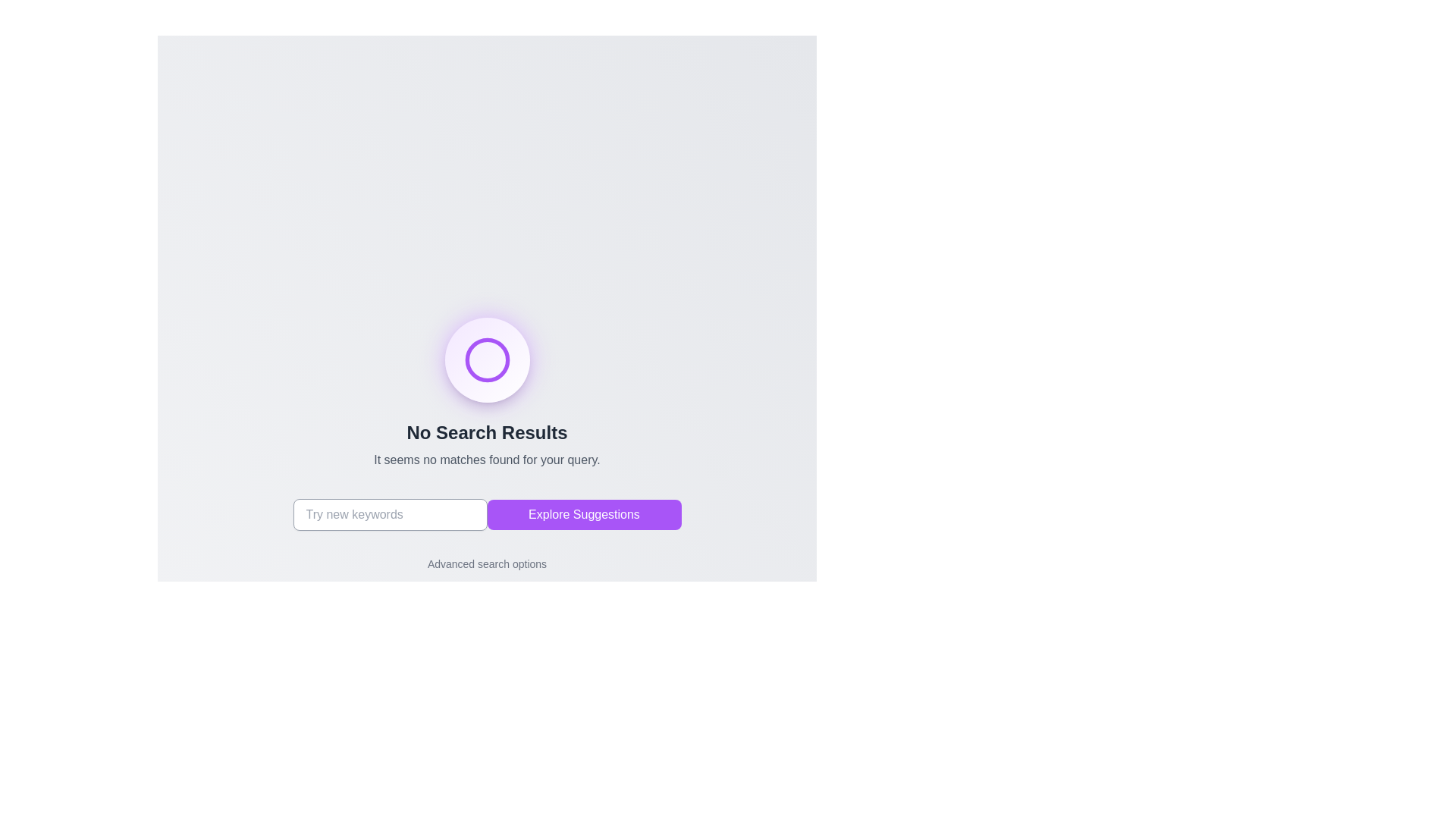 The height and width of the screenshot is (819, 1456). I want to click on the rectangular text input field with a light gray border and placeholder text 'Try new keywords' to focus on it, so click(390, 513).